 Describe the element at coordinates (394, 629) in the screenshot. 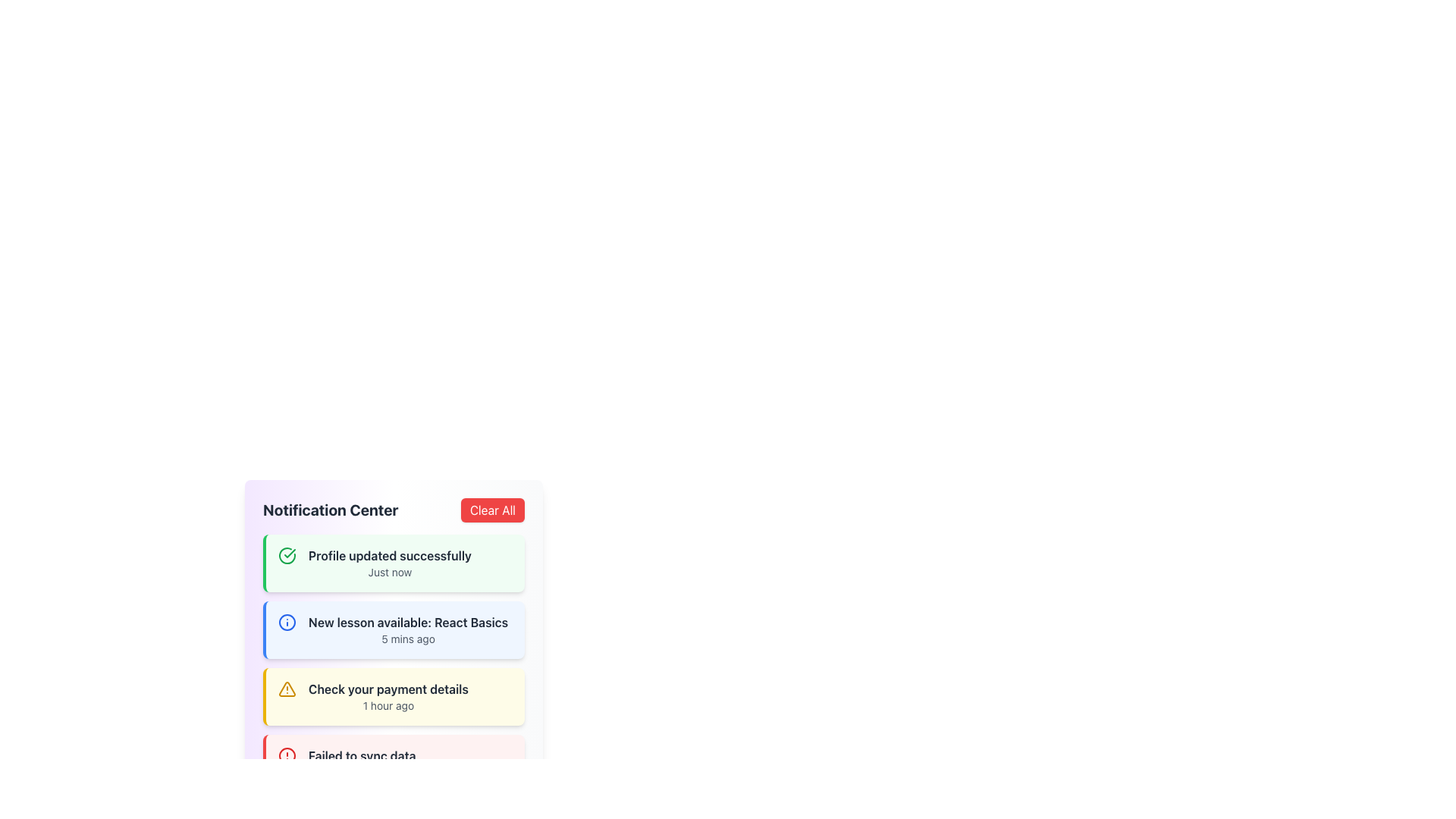

I see `the Notification card that alerts the user about the new lesson titled 'React Basics', which is the second card in the notification stack` at that location.